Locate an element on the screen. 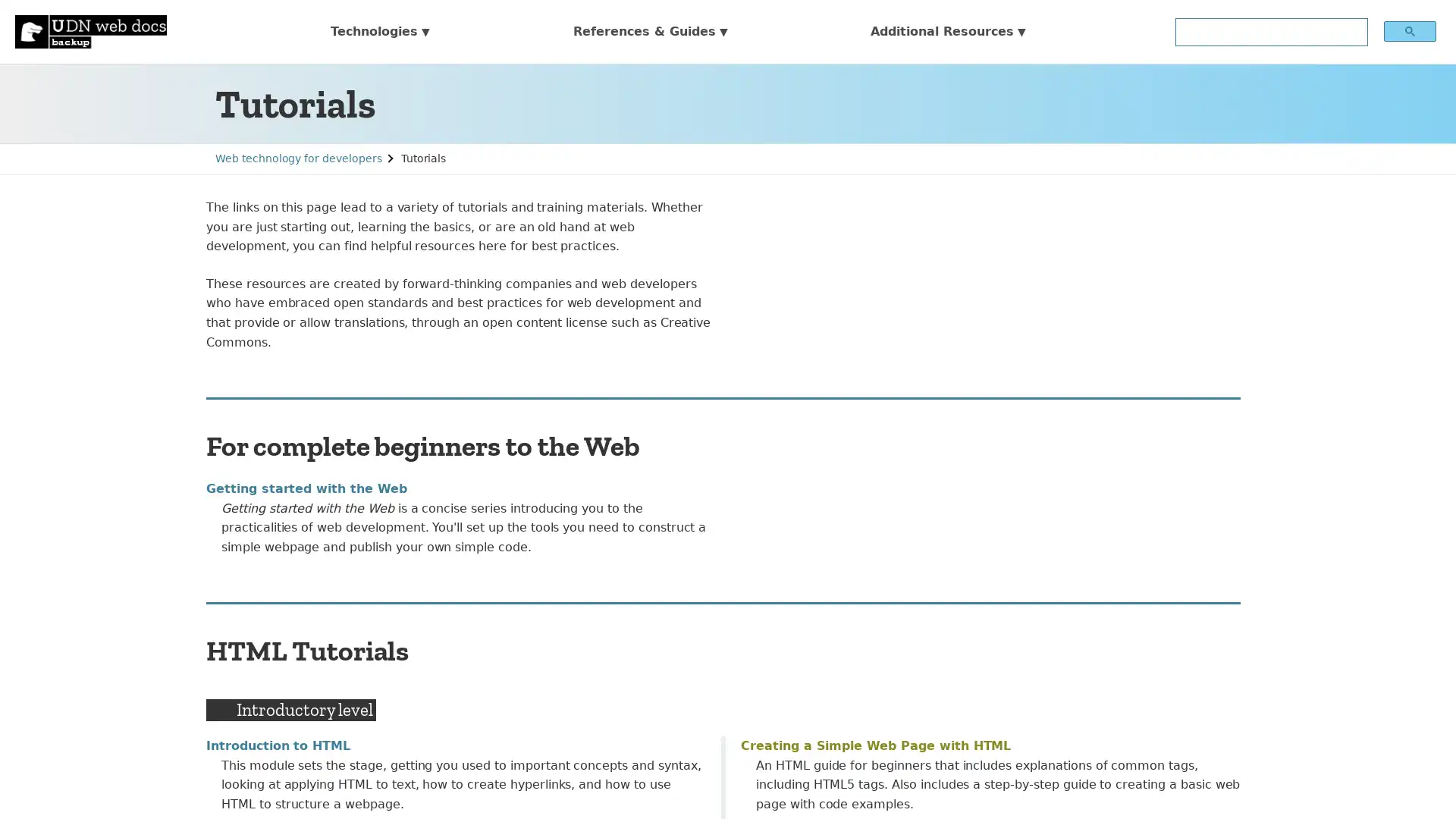  search is located at coordinates (1408, 30).